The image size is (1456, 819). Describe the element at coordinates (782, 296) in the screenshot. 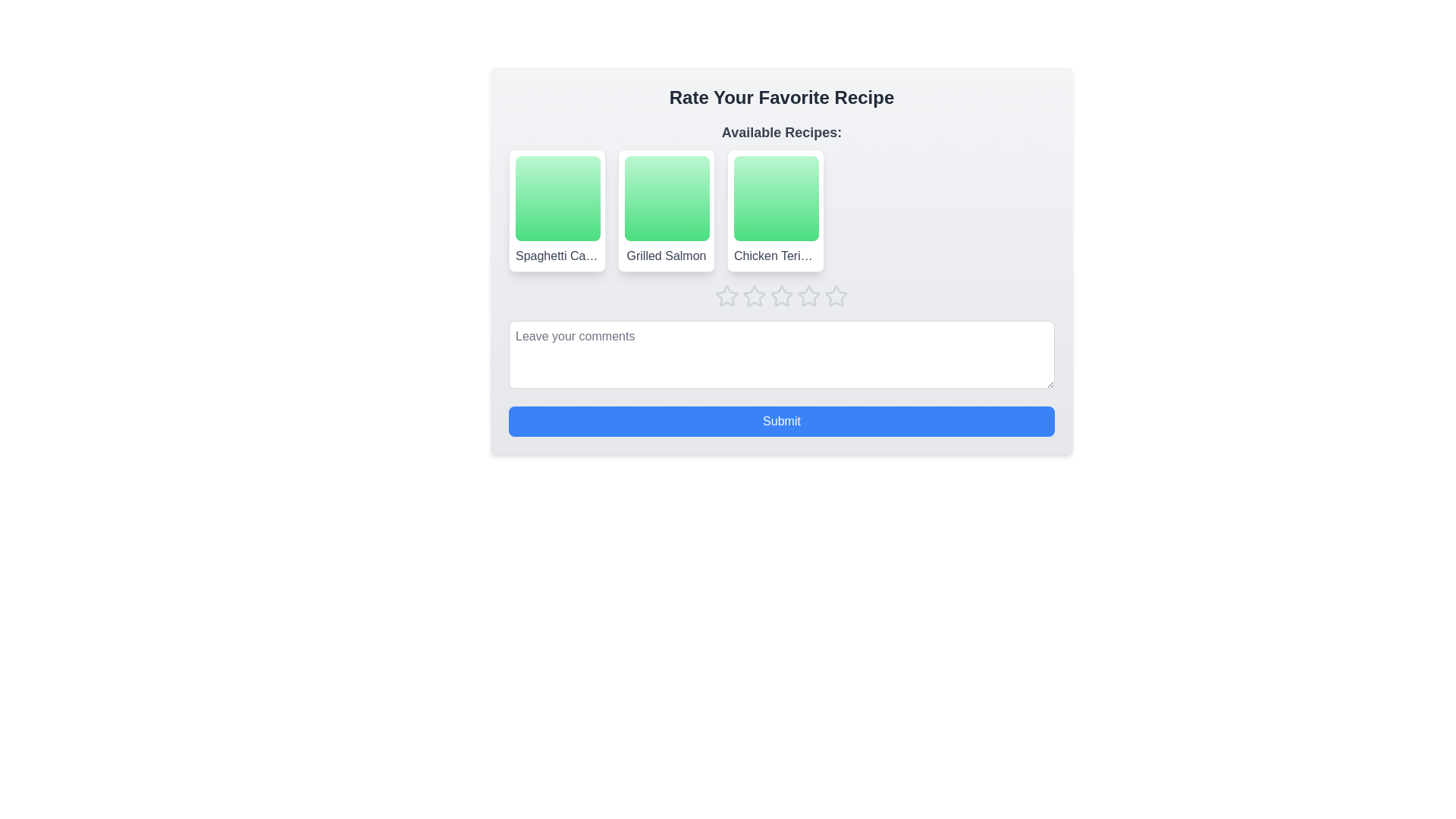

I see `the star rating component located below the title 'Available Recipes' to set the rating for the recipe` at that location.